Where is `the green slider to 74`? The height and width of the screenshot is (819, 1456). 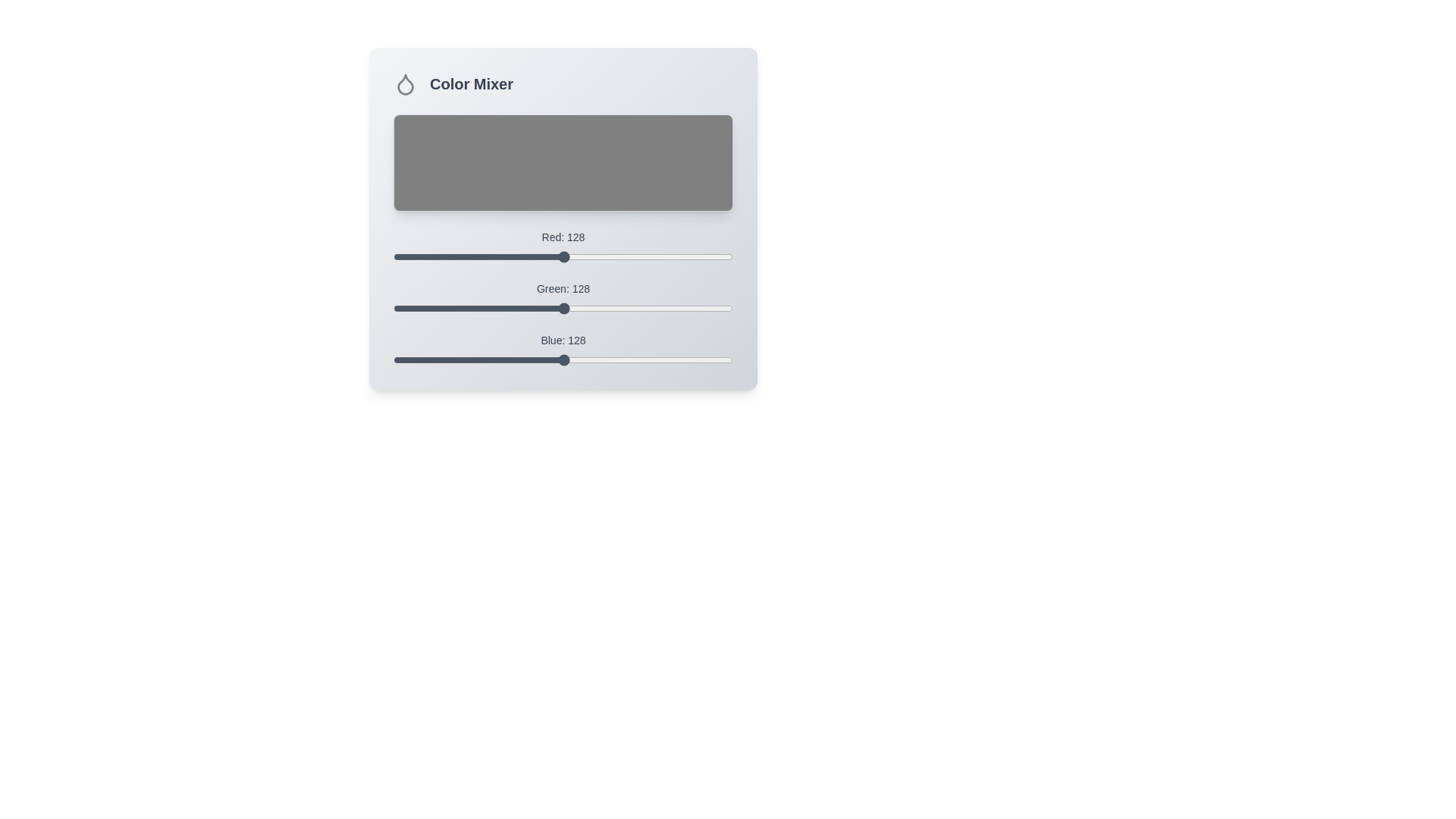 the green slider to 74 is located at coordinates (491, 308).